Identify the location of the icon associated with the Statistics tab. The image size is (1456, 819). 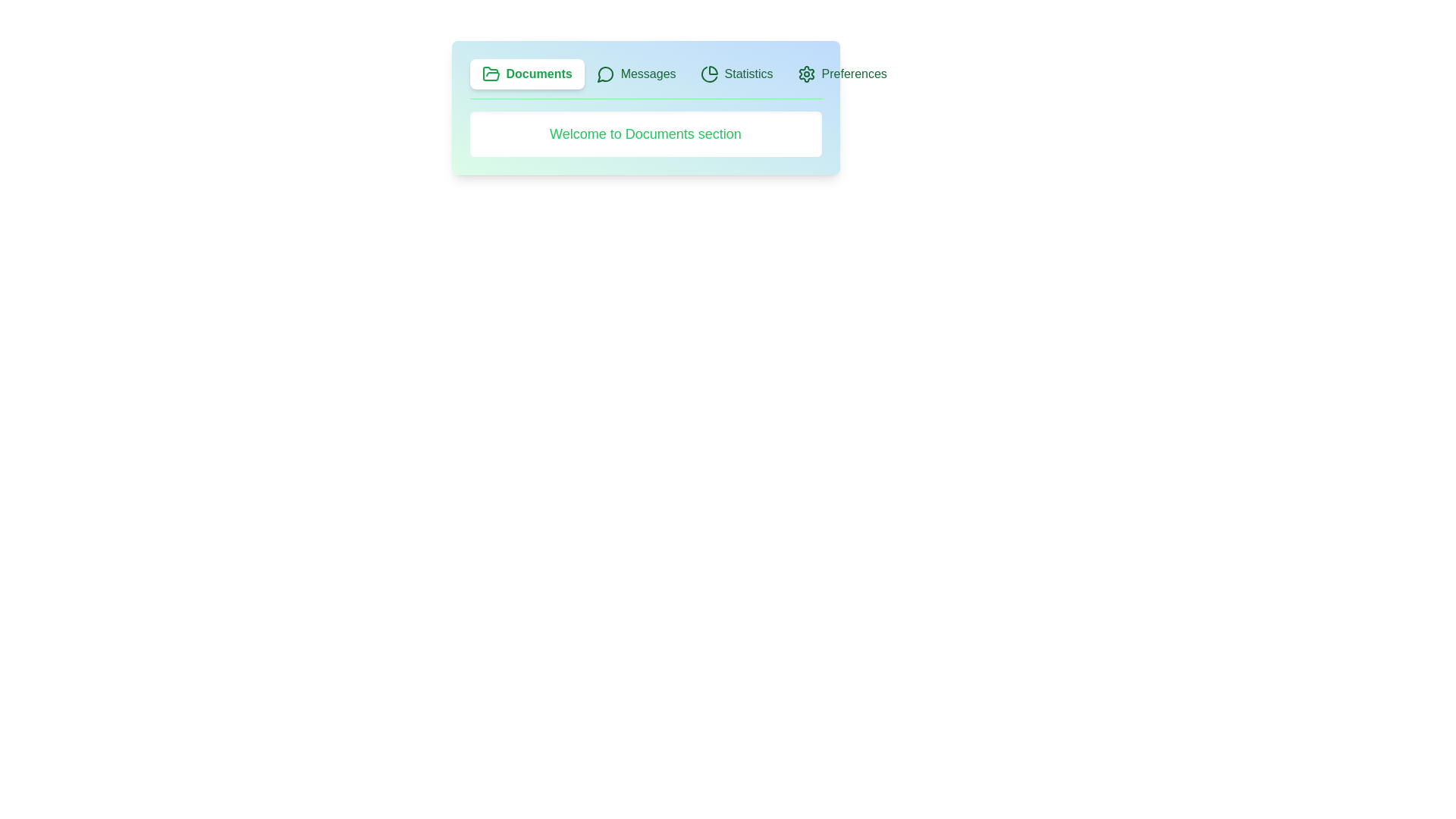
(708, 74).